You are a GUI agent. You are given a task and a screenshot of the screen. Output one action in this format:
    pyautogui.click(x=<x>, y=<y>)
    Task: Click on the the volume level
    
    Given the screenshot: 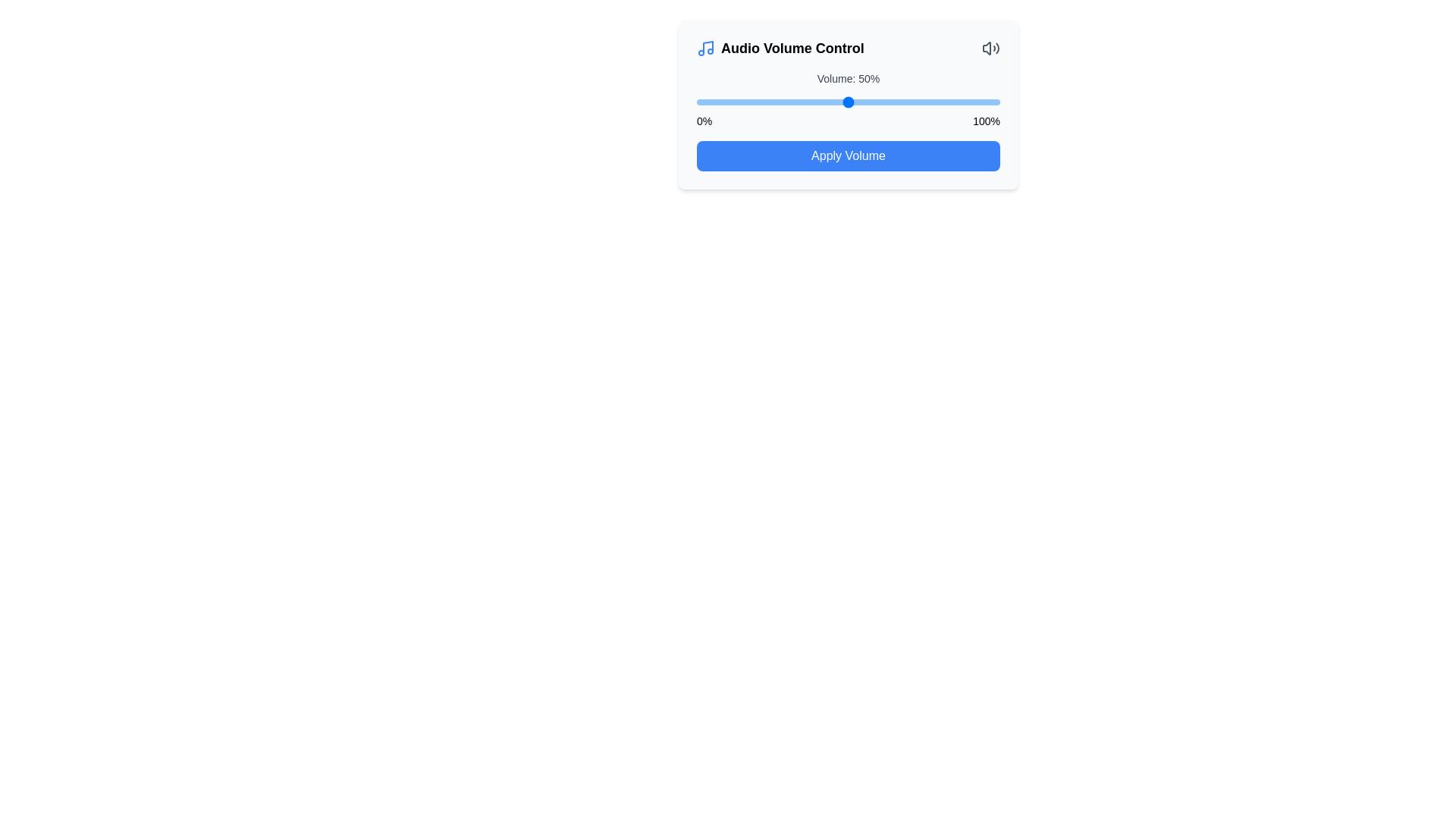 What is the action you would take?
    pyautogui.click(x=881, y=102)
    